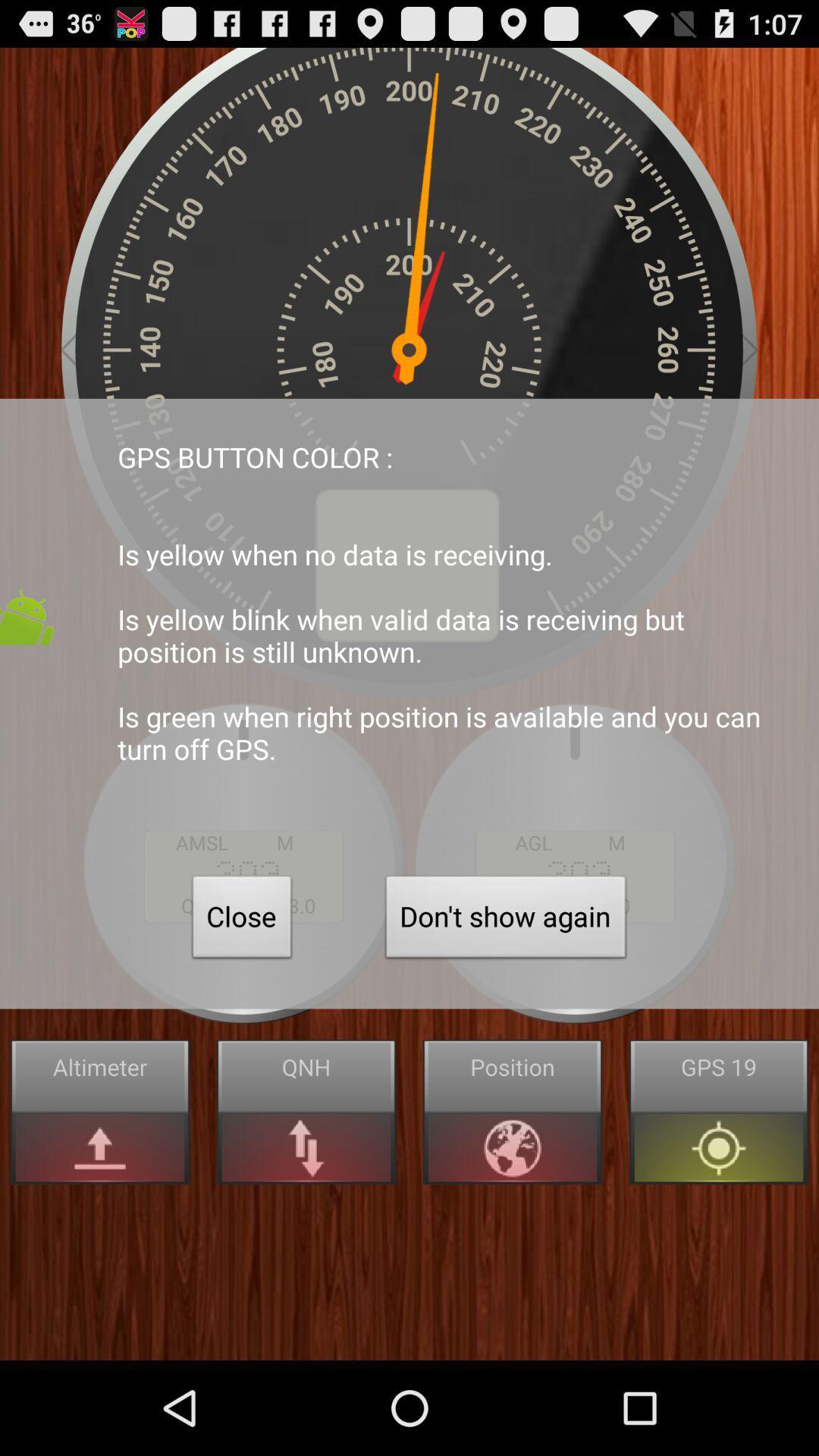  I want to click on the icon next to don t show, so click(241, 920).